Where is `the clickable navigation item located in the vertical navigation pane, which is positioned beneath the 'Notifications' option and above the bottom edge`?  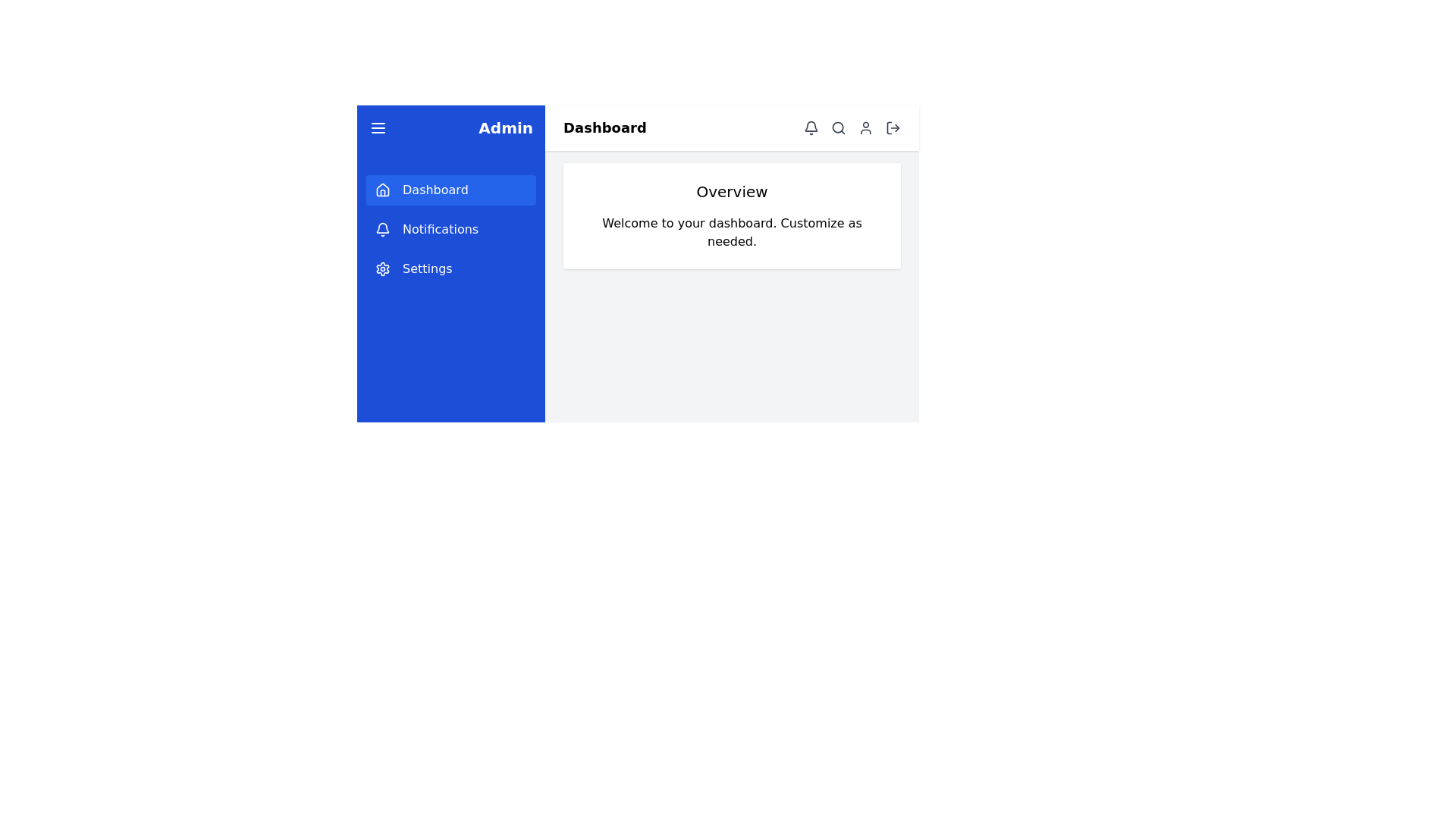
the clickable navigation item located in the vertical navigation pane, which is positioned beneath the 'Notifications' option and above the bottom edge is located at coordinates (450, 268).